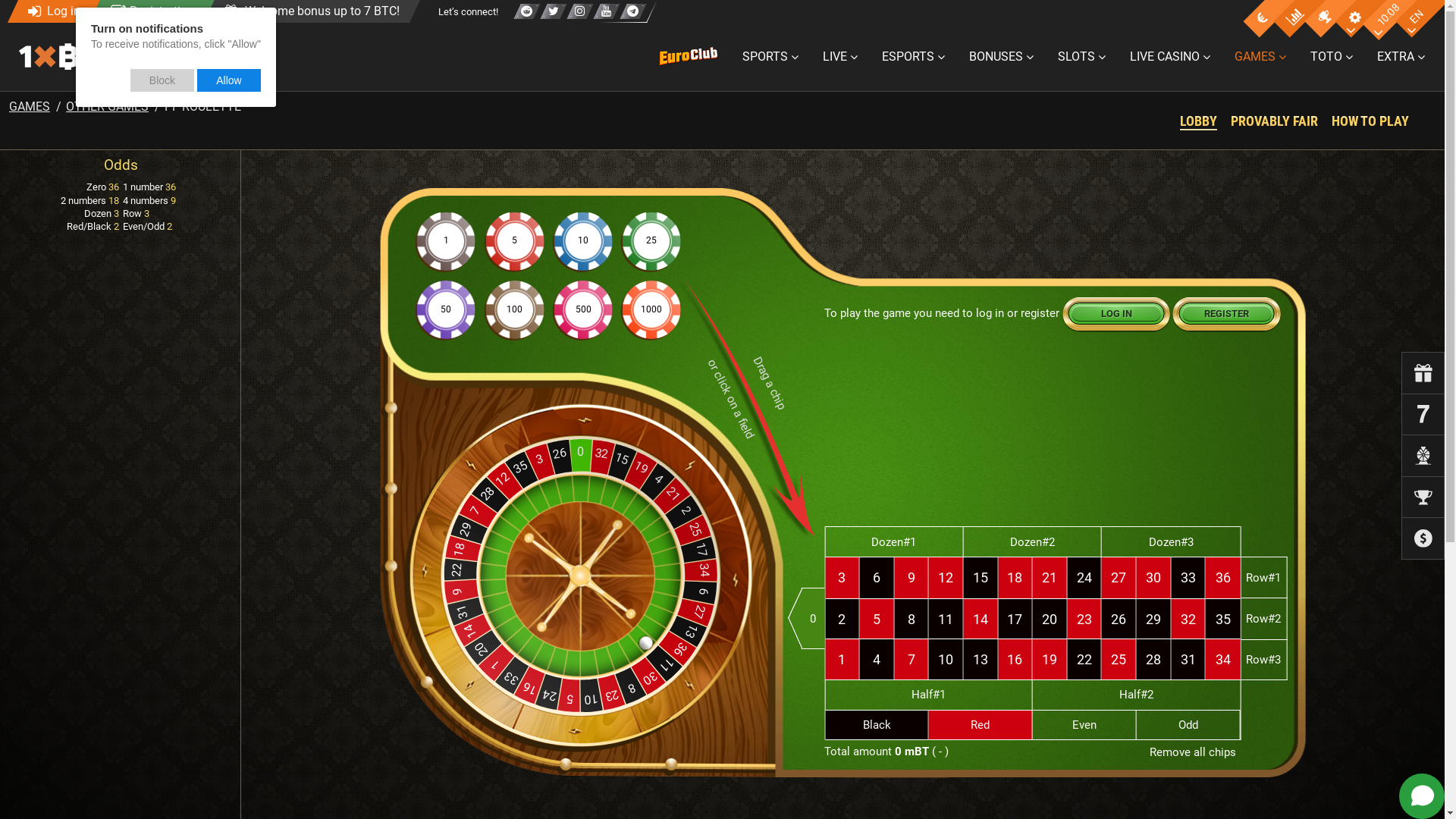  What do you see at coordinates (306, 11) in the screenshot?
I see `'Welcome bonus up to 7 BTC!'` at bounding box center [306, 11].